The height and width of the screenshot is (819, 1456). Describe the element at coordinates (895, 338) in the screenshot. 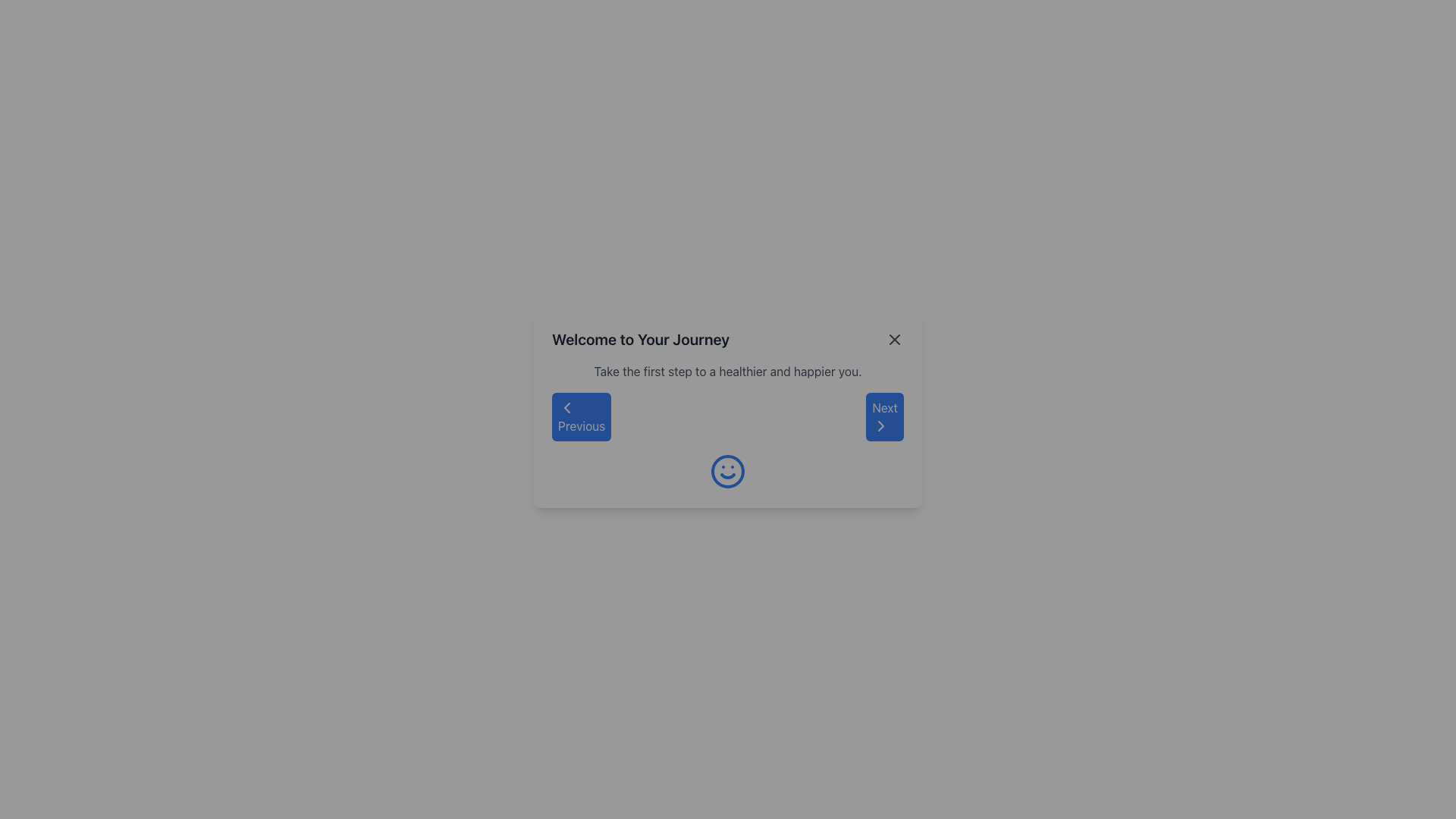

I see `the 'X' icon button for closing located at the top right corner of the dialog box under the title 'Welcome to Your Journey'` at that location.